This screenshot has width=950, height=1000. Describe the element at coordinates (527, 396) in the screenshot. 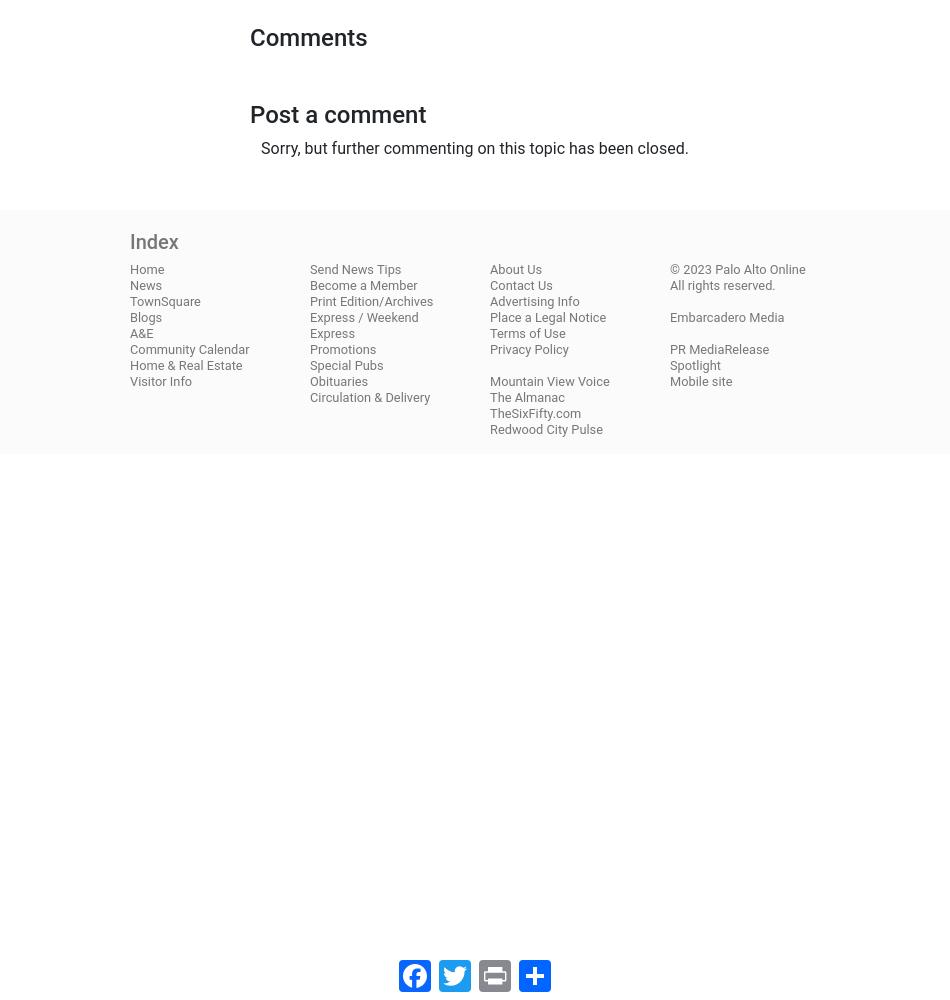

I see `'The Almanac'` at that location.